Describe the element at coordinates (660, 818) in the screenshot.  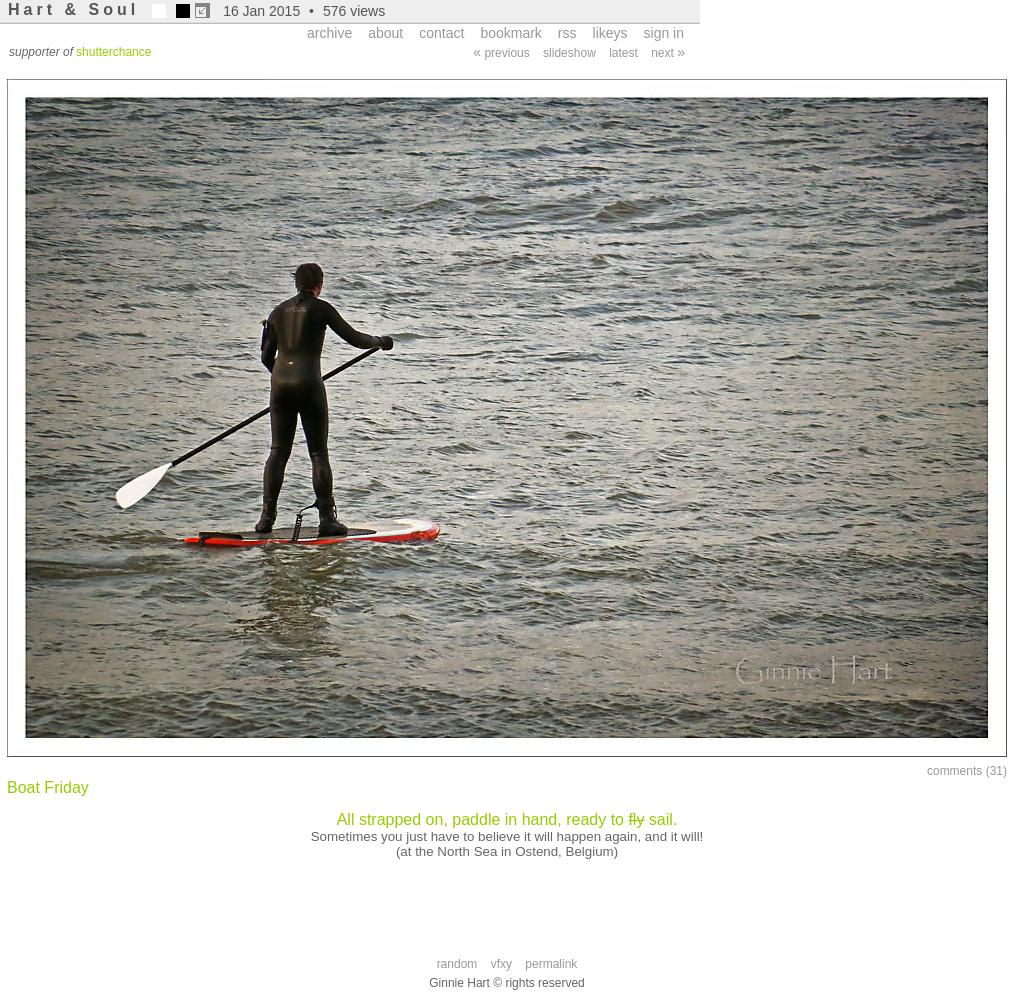
I see `'sail.'` at that location.